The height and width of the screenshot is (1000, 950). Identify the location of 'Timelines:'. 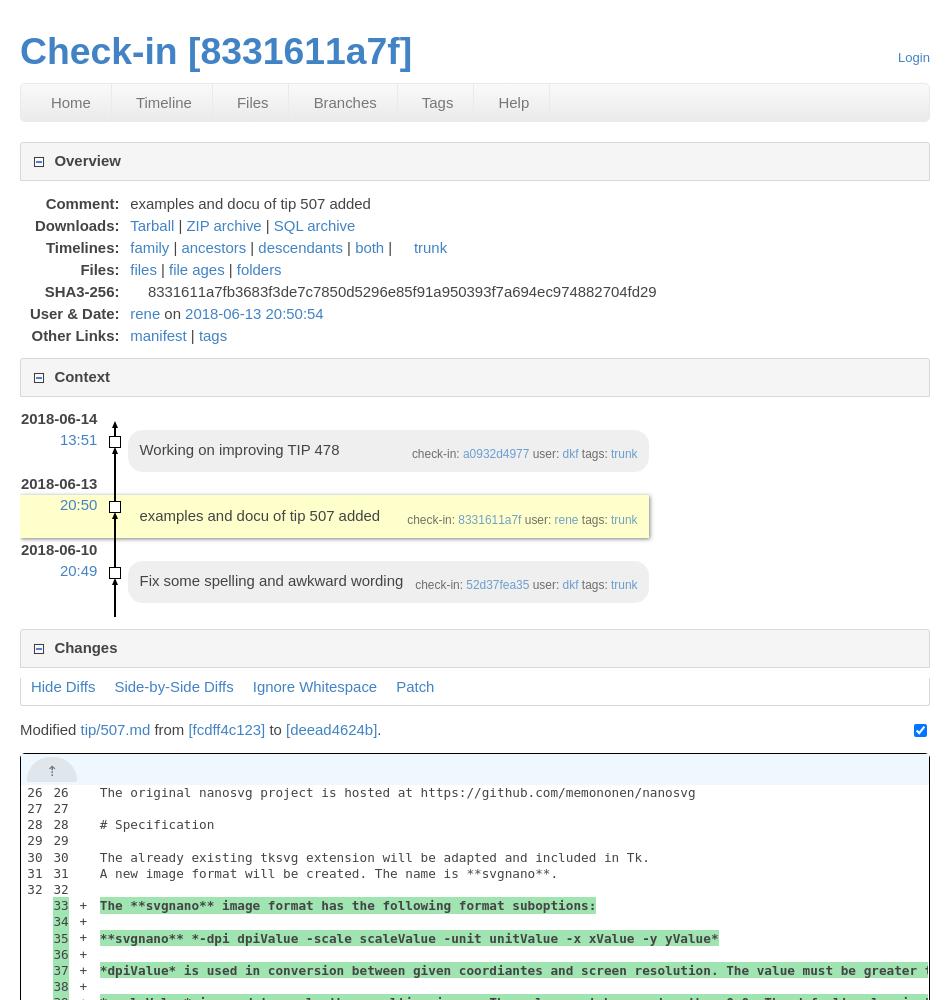
(81, 245).